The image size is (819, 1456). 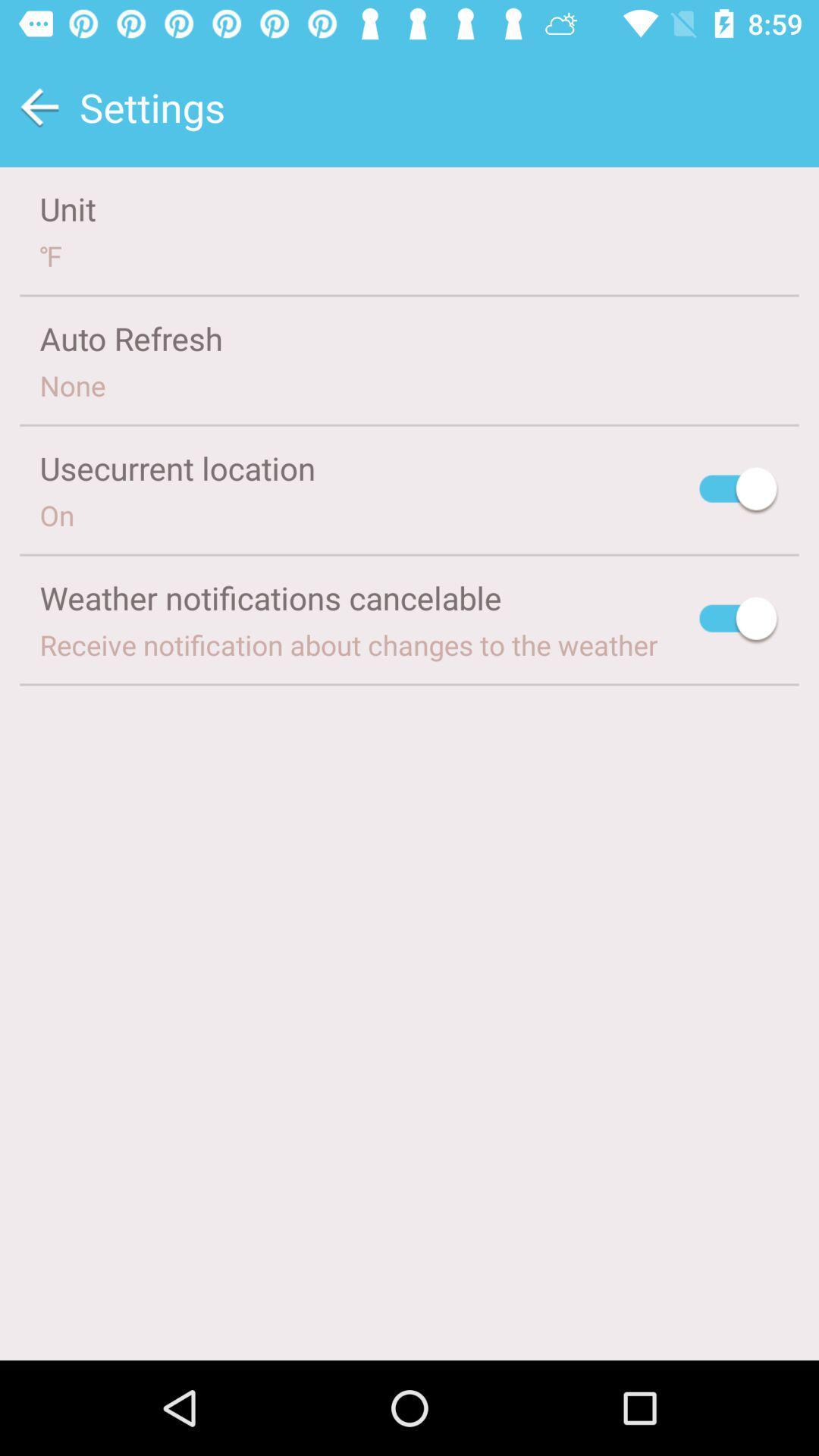 I want to click on item to the right of the usecurrent location item, so click(x=739, y=491).